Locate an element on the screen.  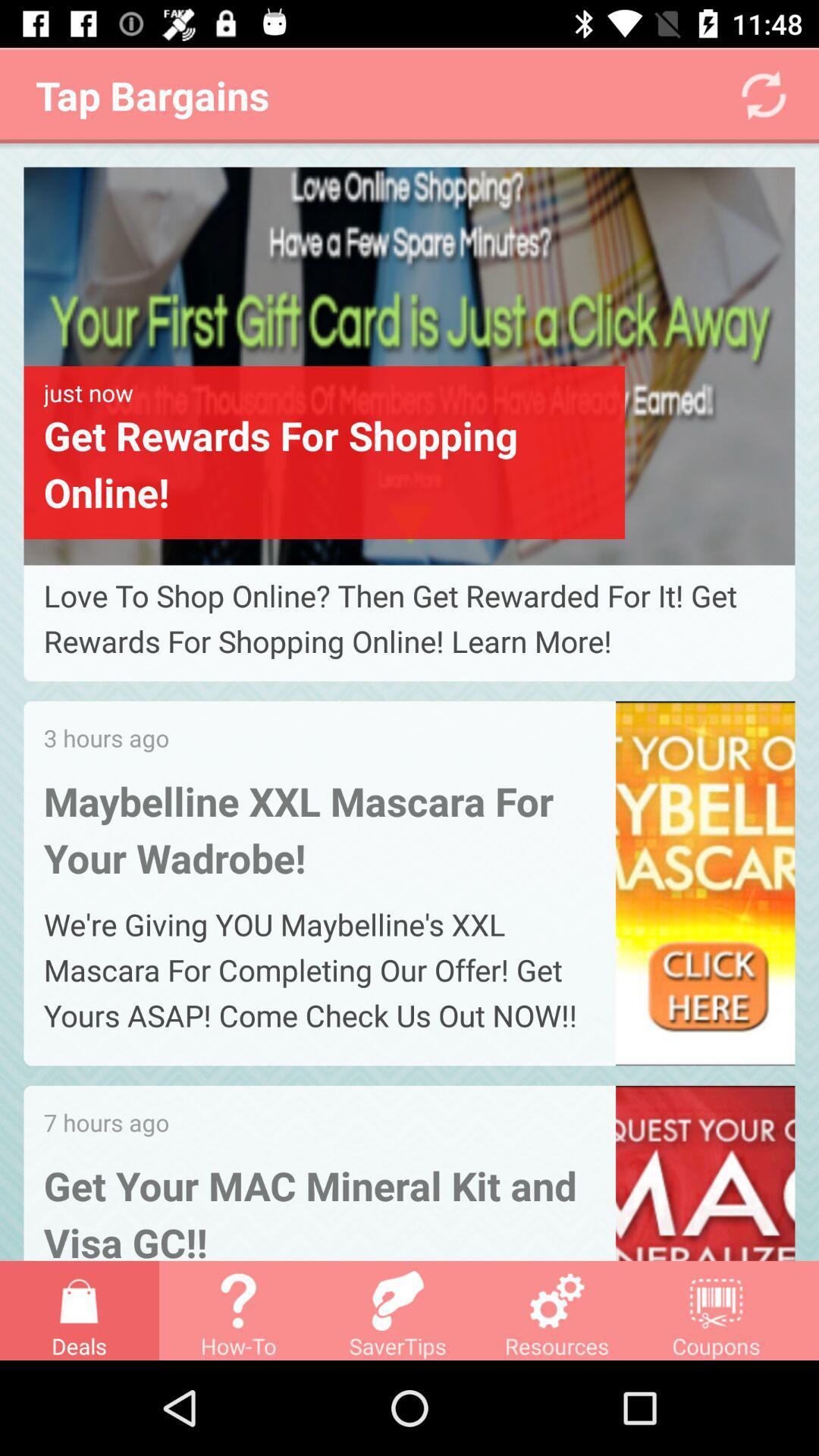
the symbol above deals is located at coordinates (79, 1300).